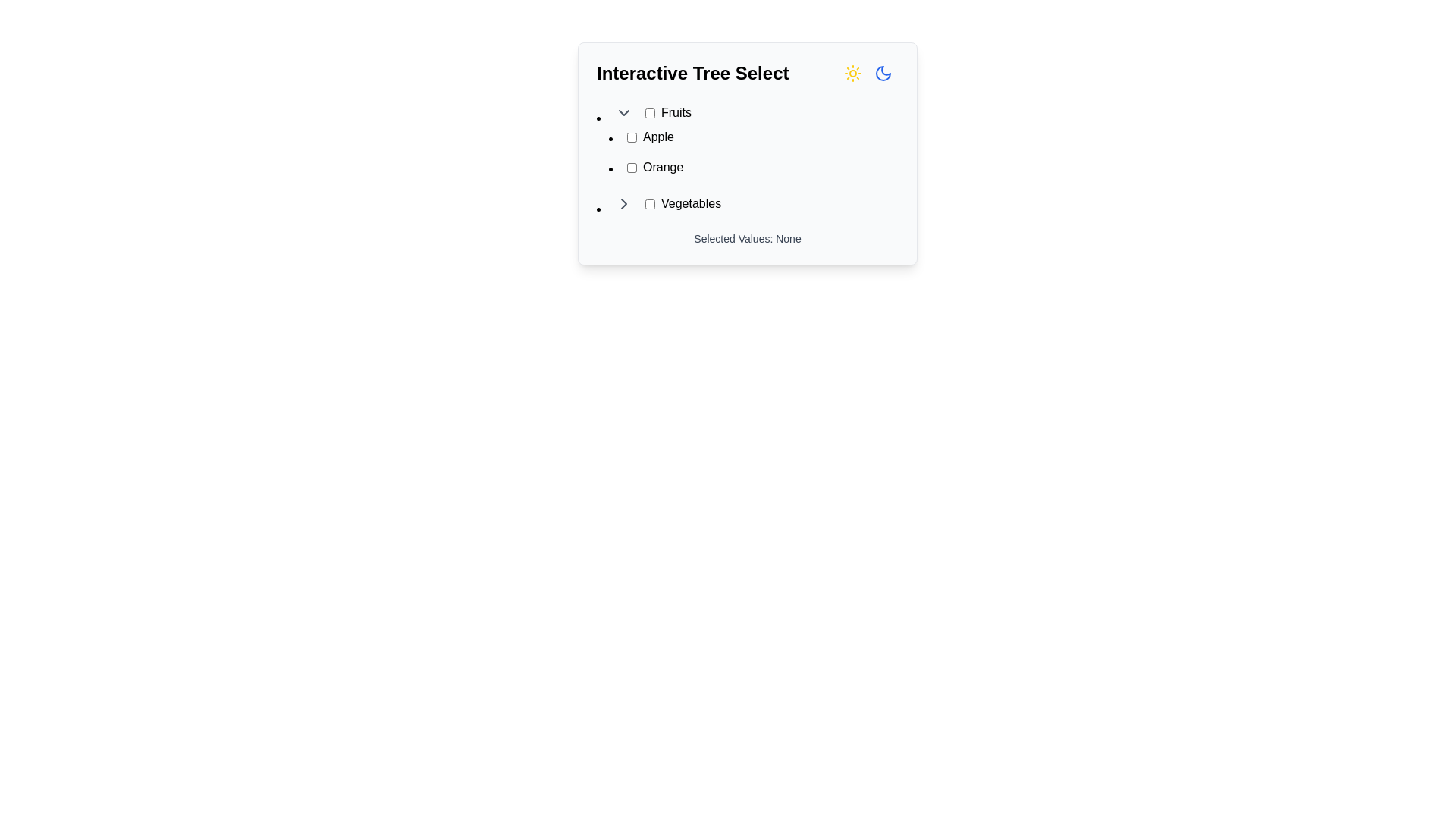 The height and width of the screenshot is (819, 1456). What do you see at coordinates (623, 112) in the screenshot?
I see `the Dropdown toggle icon for the 'Fruits' category` at bounding box center [623, 112].